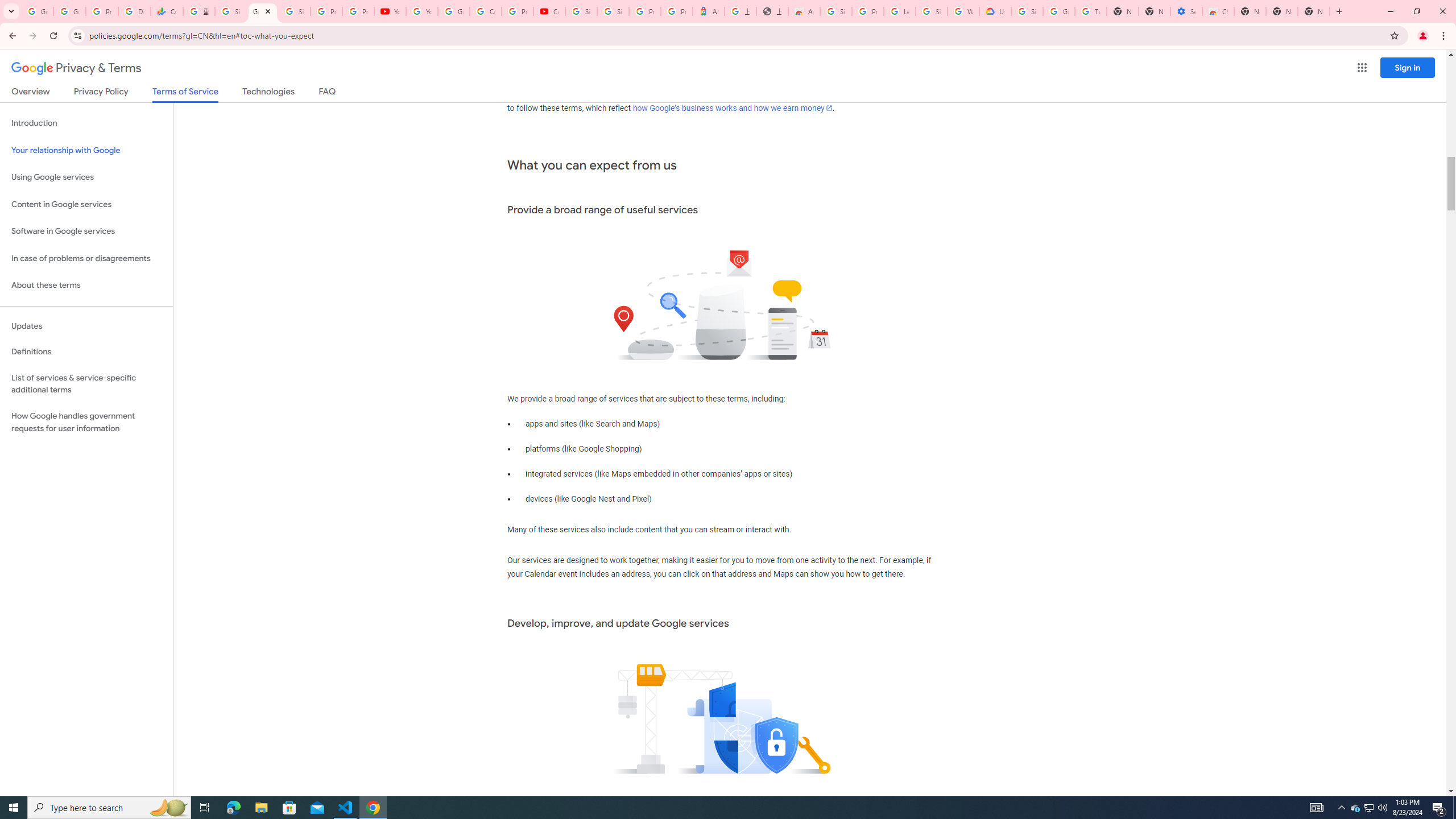 This screenshot has height=819, width=1456. What do you see at coordinates (77, 35) in the screenshot?
I see `'View site information'` at bounding box center [77, 35].